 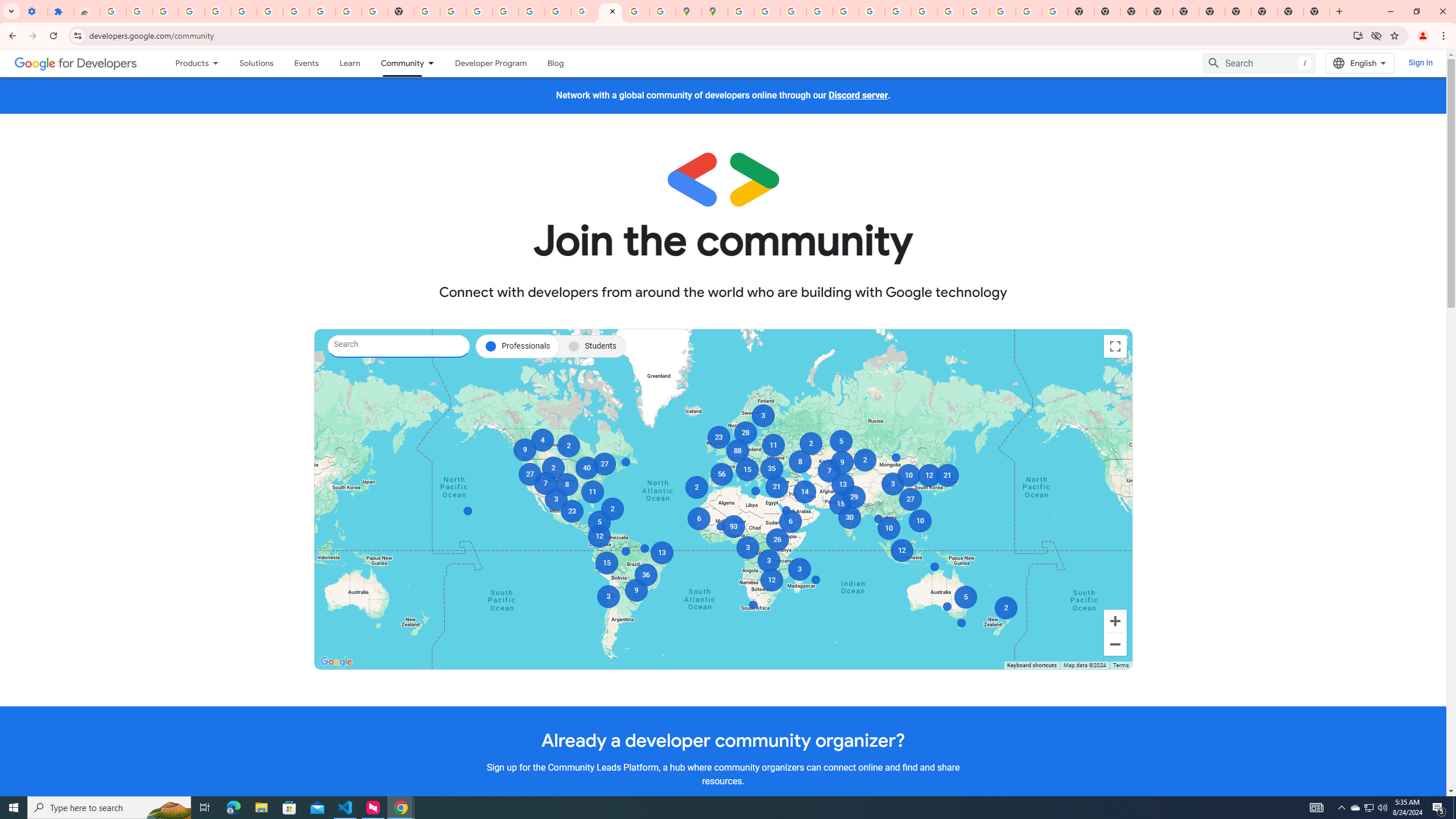 What do you see at coordinates (217, 11) in the screenshot?
I see `'Learn how to find your photos - Google Photos Help'` at bounding box center [217, 11].